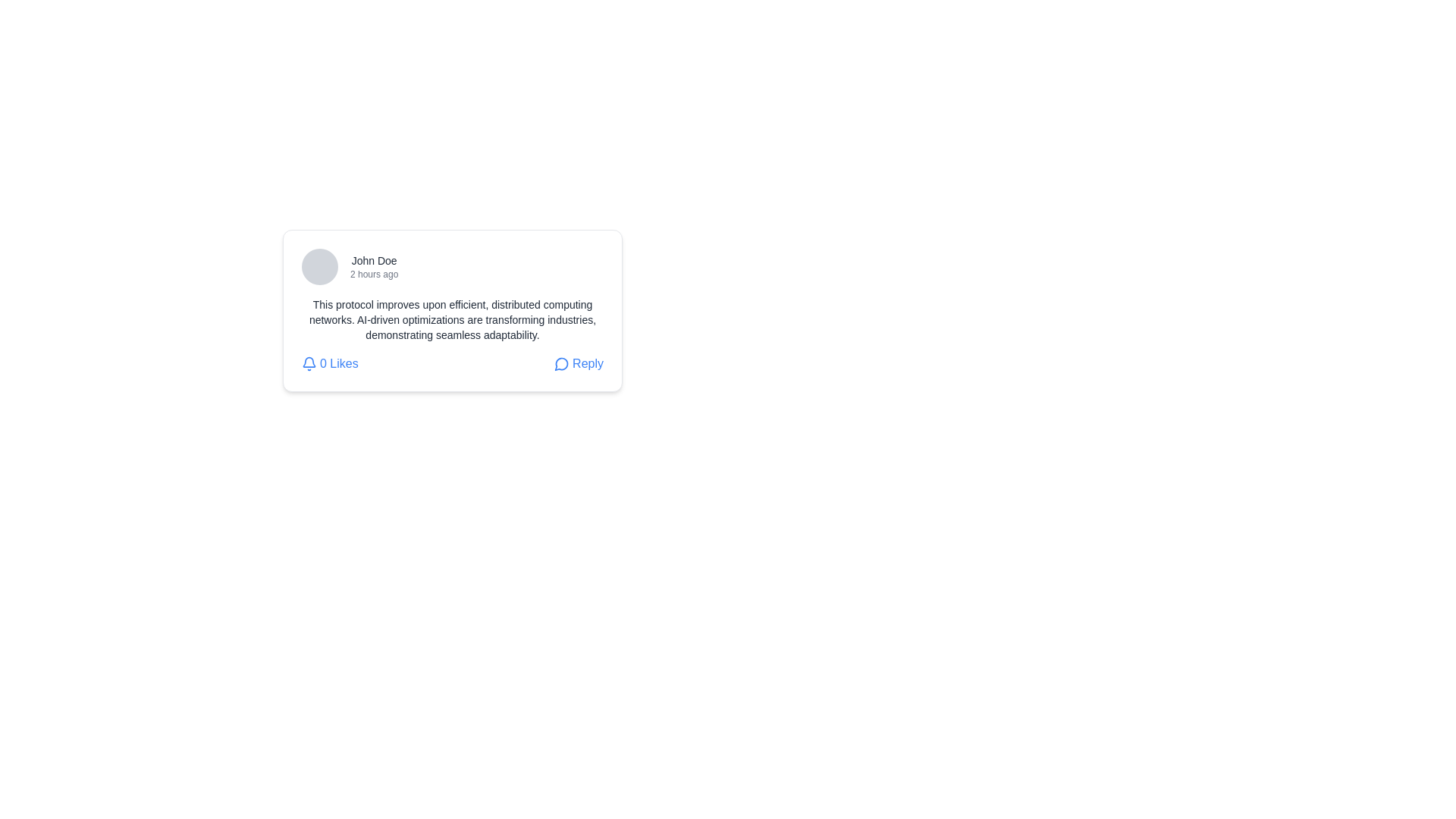 This screenshot has width=1456, height=819. I want to click on the notification bell icon, which represents alerts or updates within the application, located at the bottom left of the user comment card, so click(309, 362).